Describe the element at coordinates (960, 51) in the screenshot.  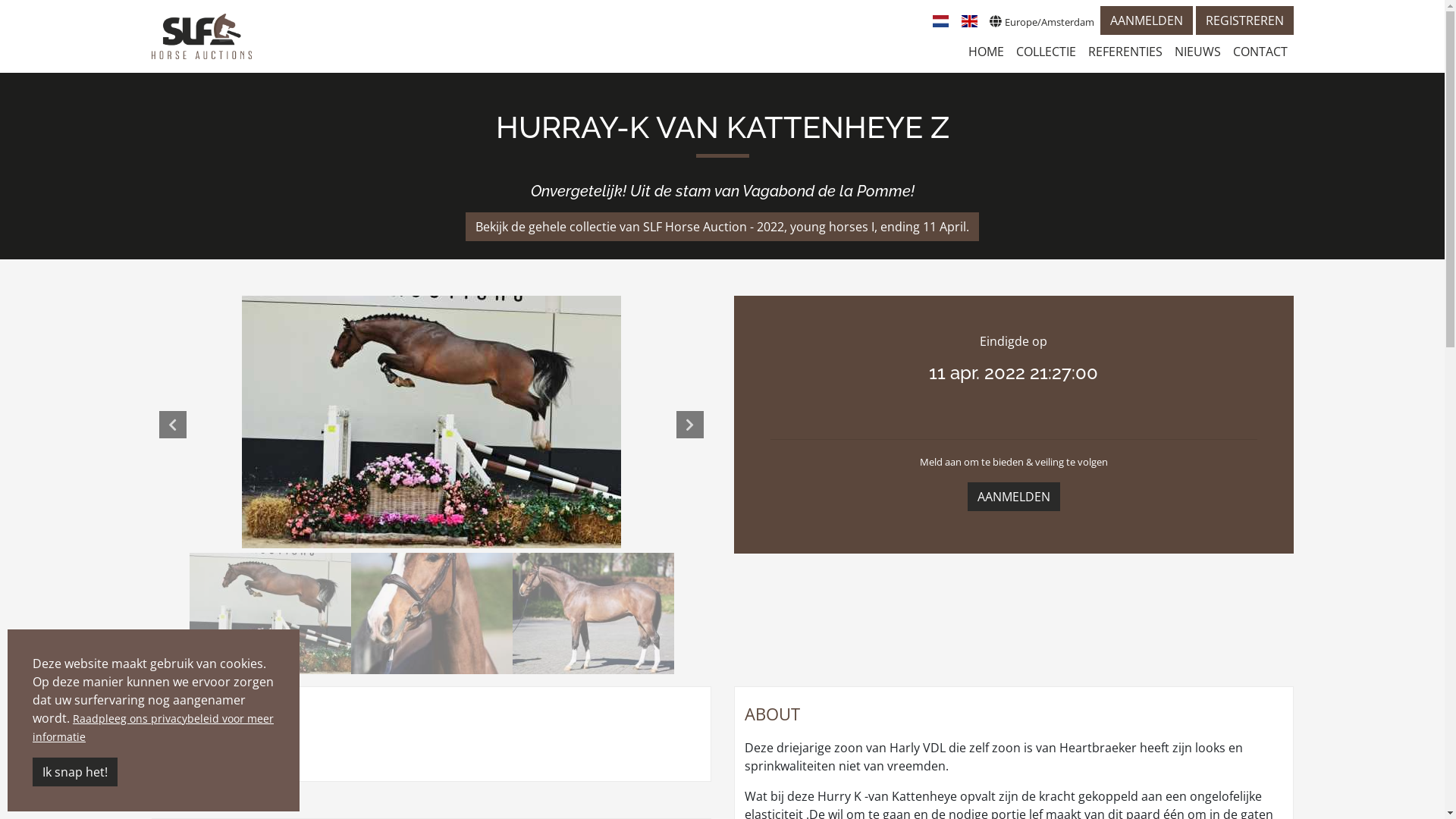
I see `'HOME'` at that location.